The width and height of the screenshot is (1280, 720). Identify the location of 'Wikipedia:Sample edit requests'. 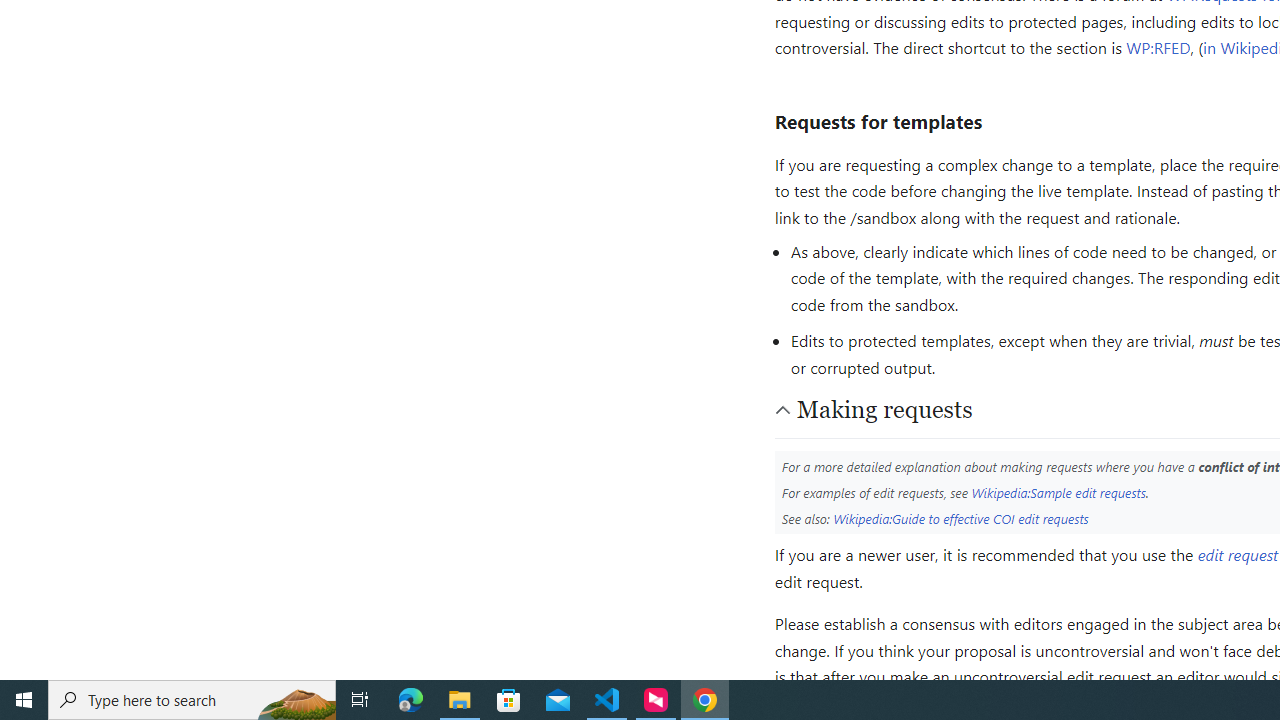
(1057, 492).